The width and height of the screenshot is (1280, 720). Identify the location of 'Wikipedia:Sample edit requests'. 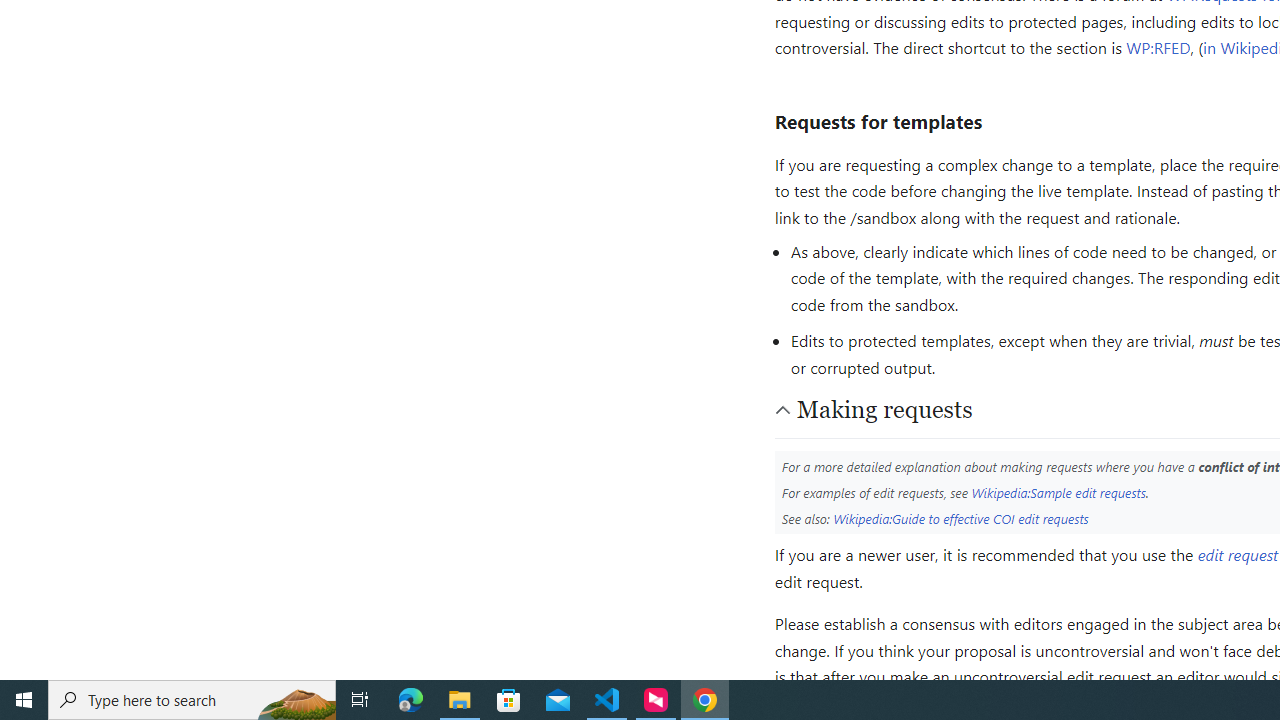
(1057, 492).